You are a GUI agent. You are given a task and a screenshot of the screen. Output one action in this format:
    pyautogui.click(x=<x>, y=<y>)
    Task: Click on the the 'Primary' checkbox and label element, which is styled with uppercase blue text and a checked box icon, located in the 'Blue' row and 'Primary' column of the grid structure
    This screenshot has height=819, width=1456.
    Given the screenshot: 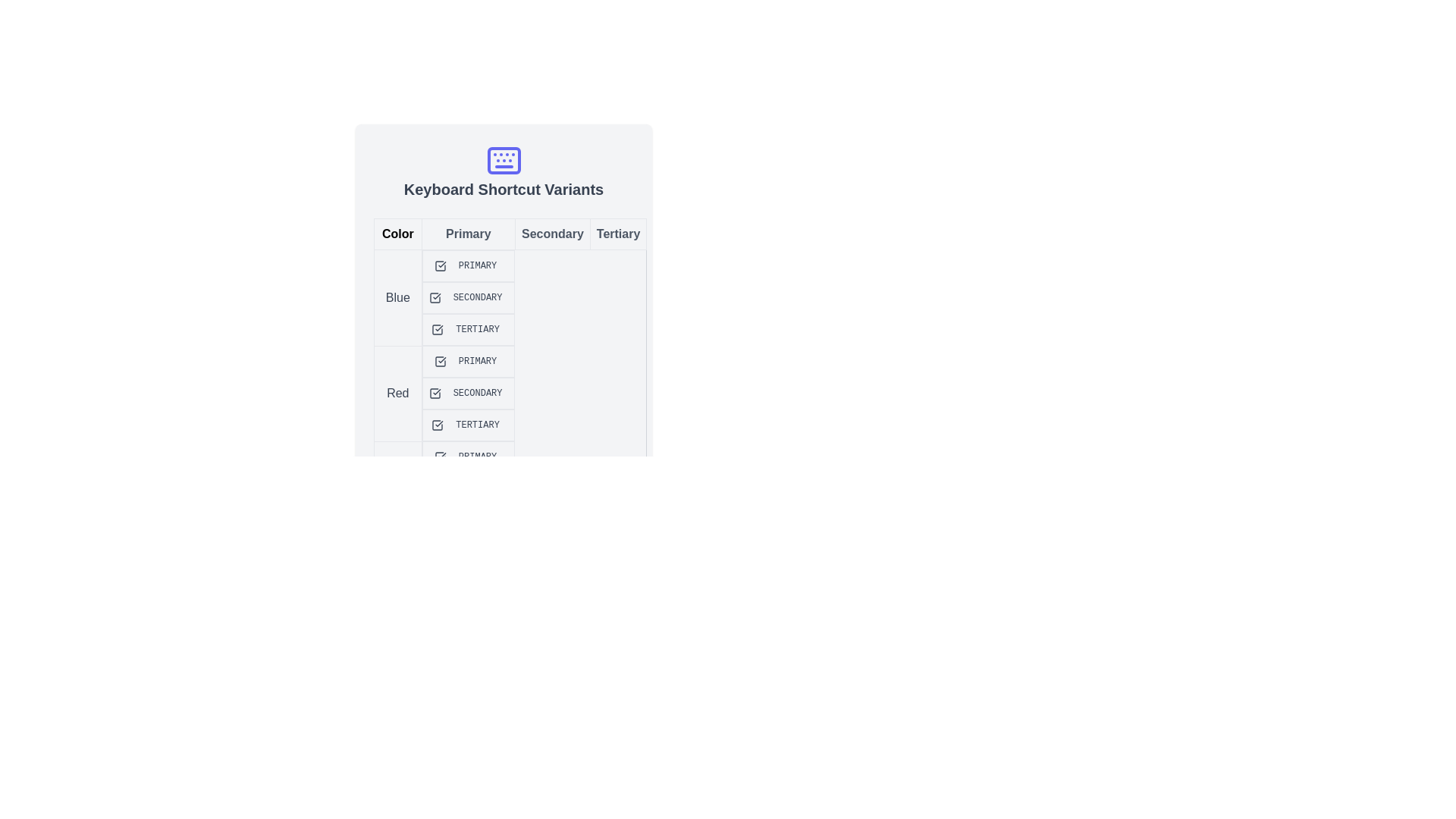 What is the action you would take?
    pyautogui.click(x=468, y=265)
    